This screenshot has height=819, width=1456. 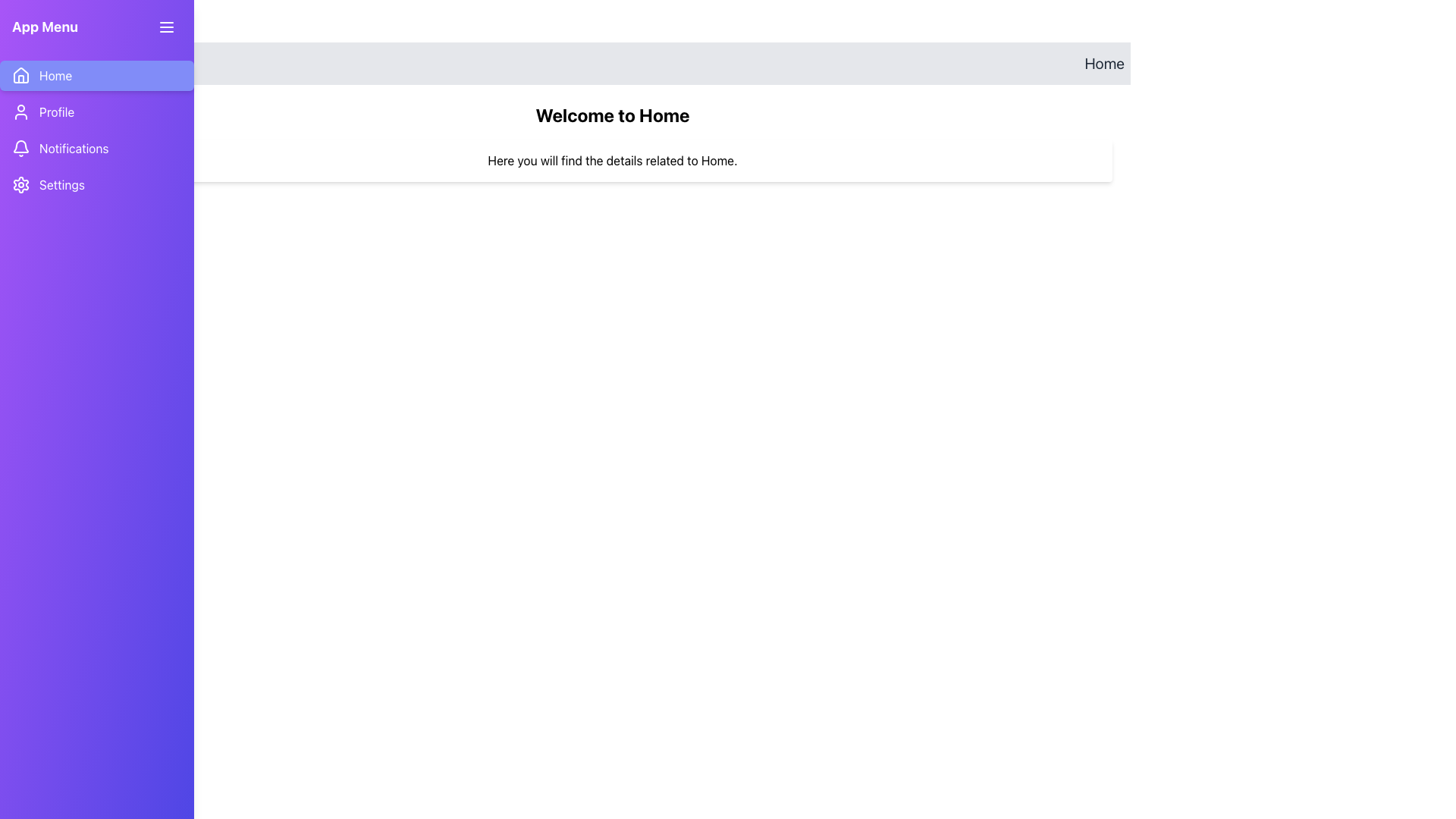 What do you see at coordinates (45, 27) in the screenshot?
I see `the title text element located in the top-left corner of the interface, which serves as a visual identifier for the menu section` at bounding box center [45, 27].